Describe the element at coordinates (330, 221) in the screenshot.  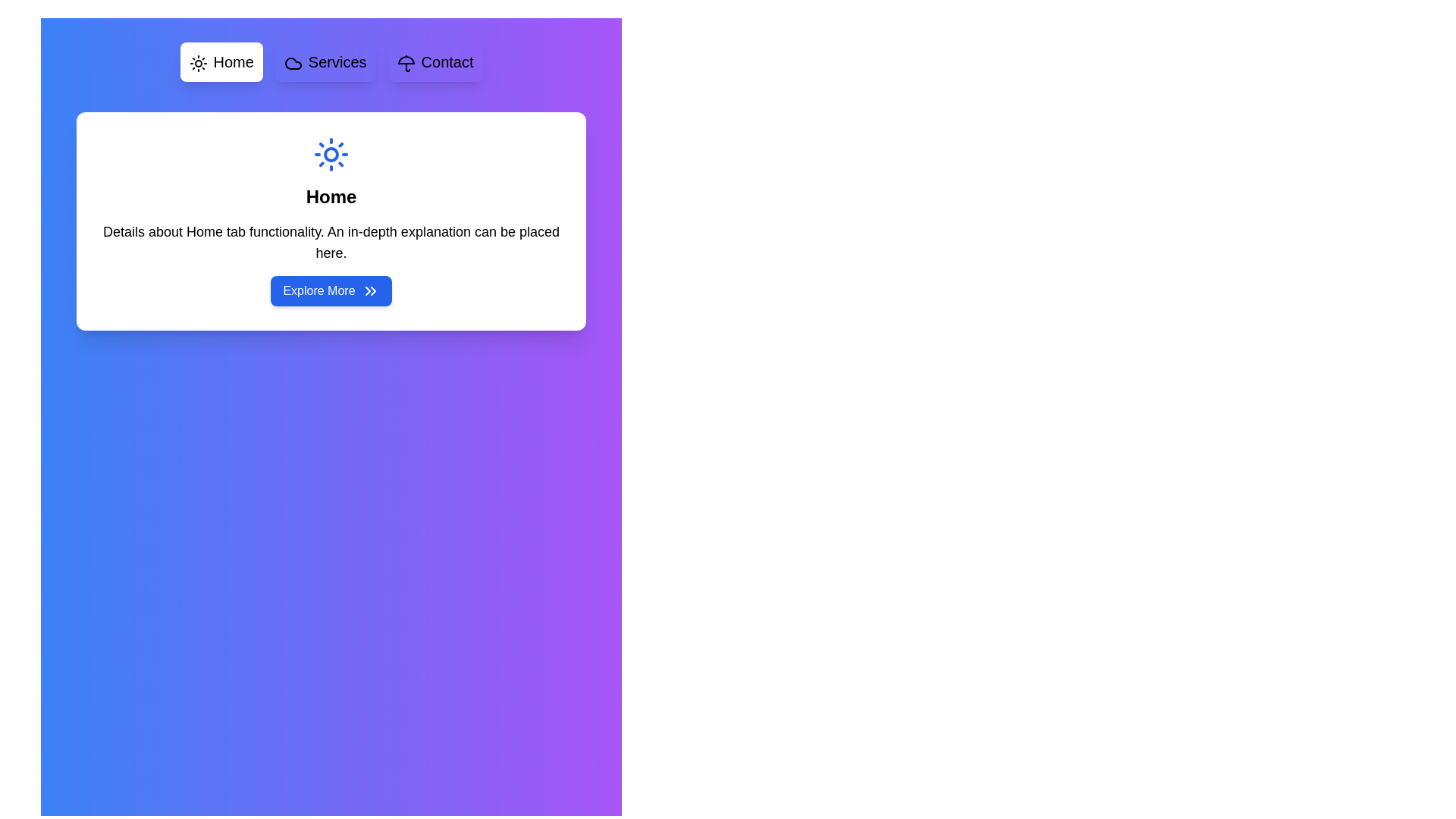
I see `the Information Panel which includes the title 'Home' and the descriptive text explaining the Home tab functionality` at that location.